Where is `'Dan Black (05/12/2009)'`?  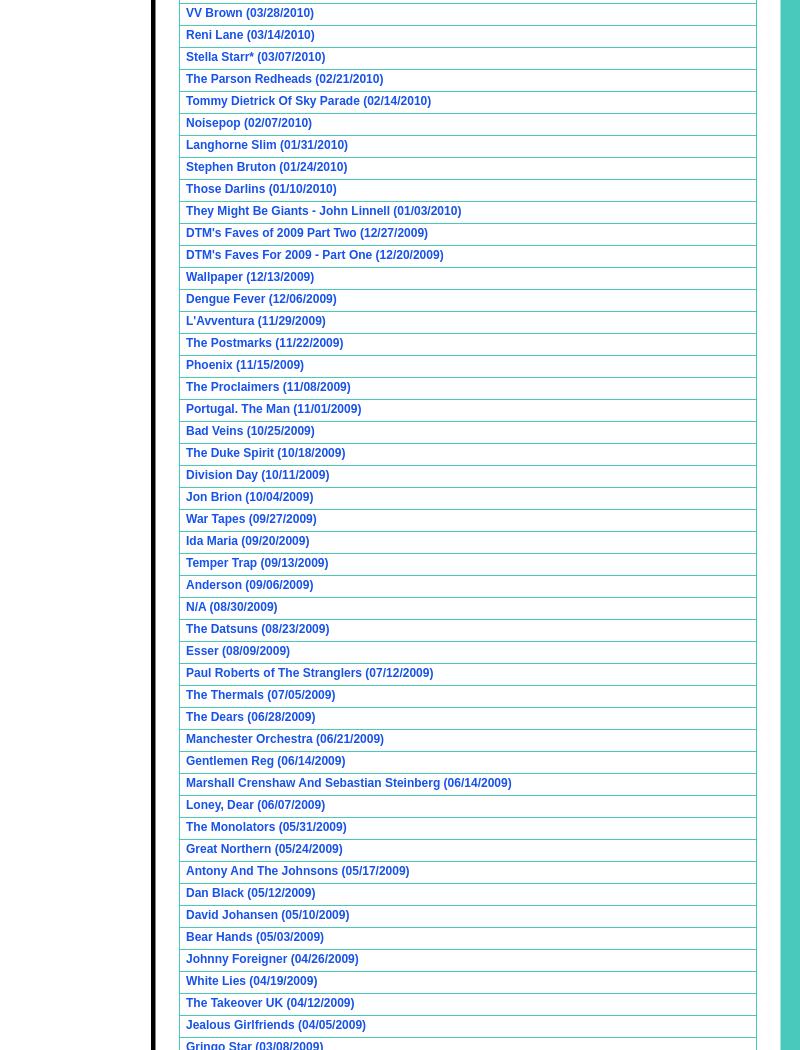 'Dan Black (05/12/2009)' is located at coordinates (249, 892).